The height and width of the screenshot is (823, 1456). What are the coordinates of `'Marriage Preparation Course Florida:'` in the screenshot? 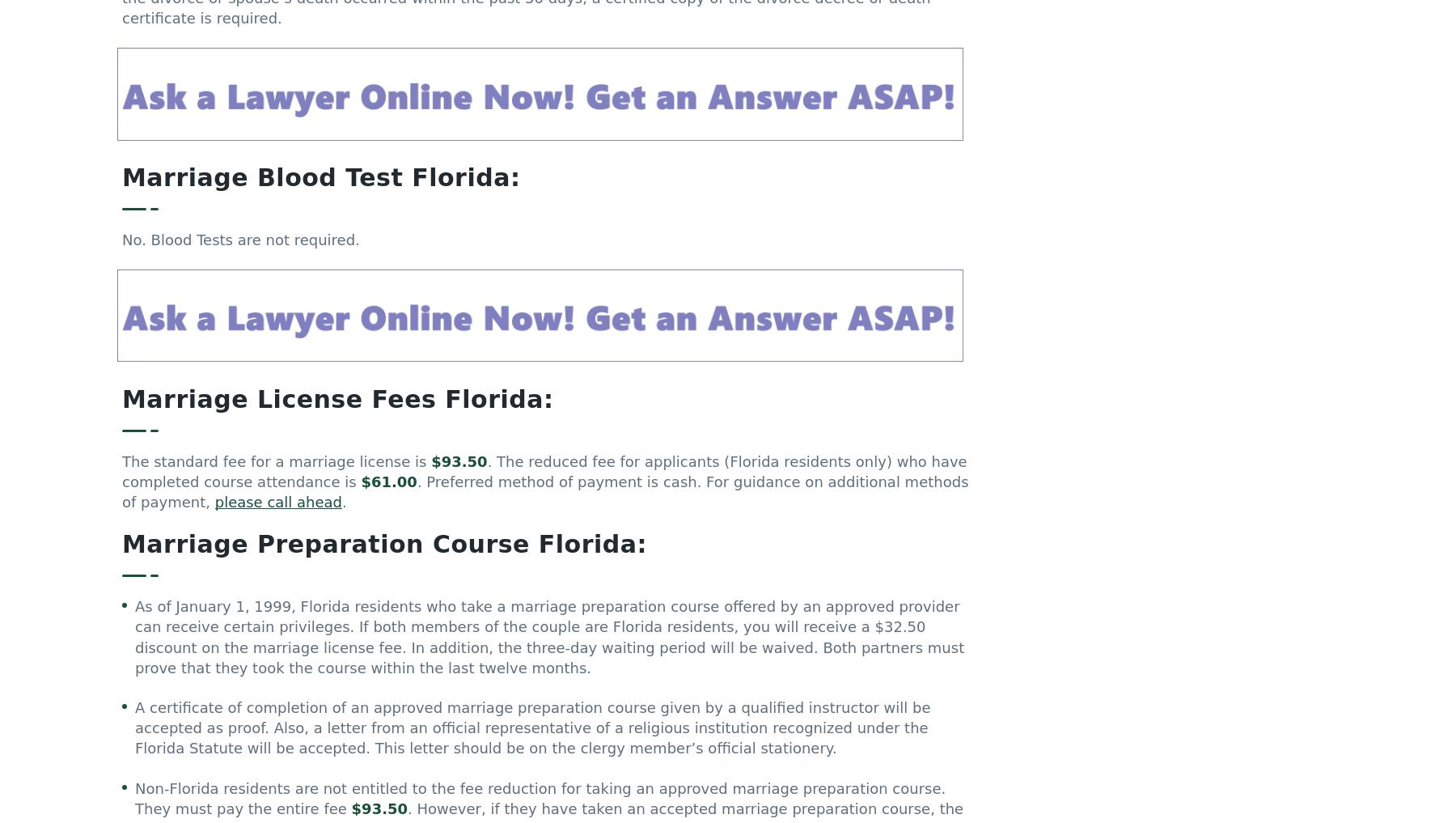 It's located at (383, 550).